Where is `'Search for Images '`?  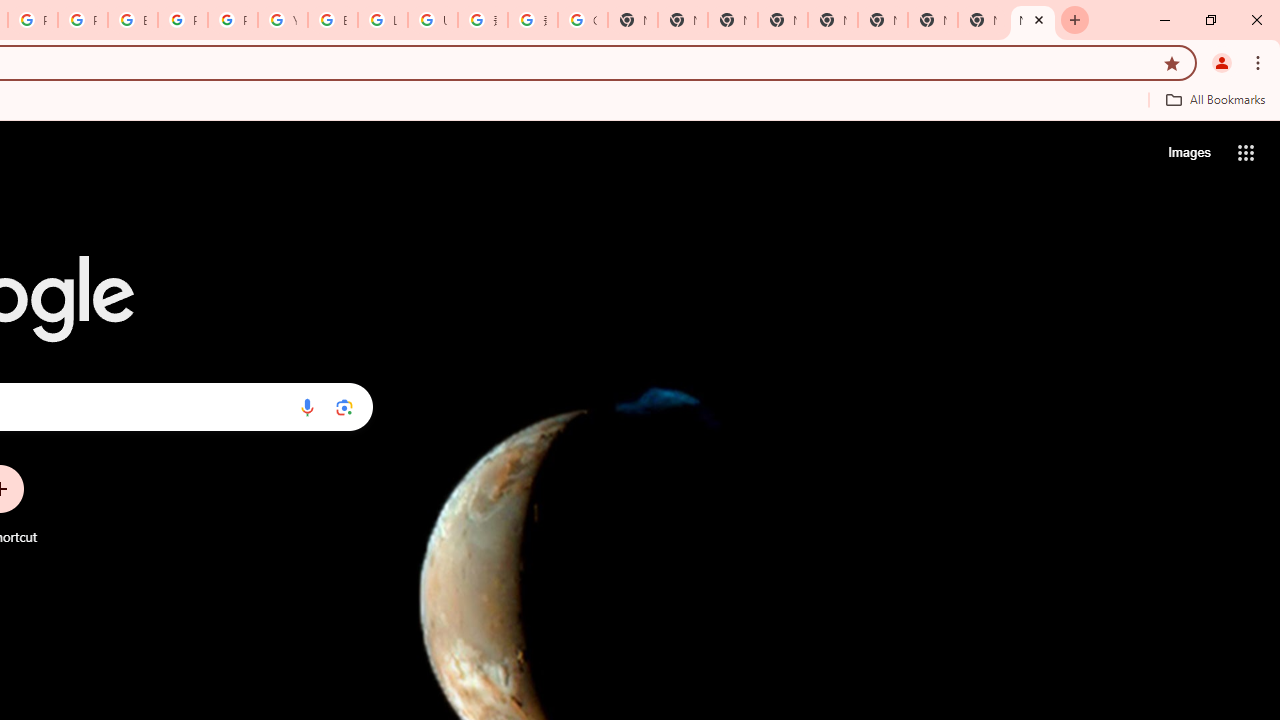
'Search for Images ' is located at coordinates (1189, 152).